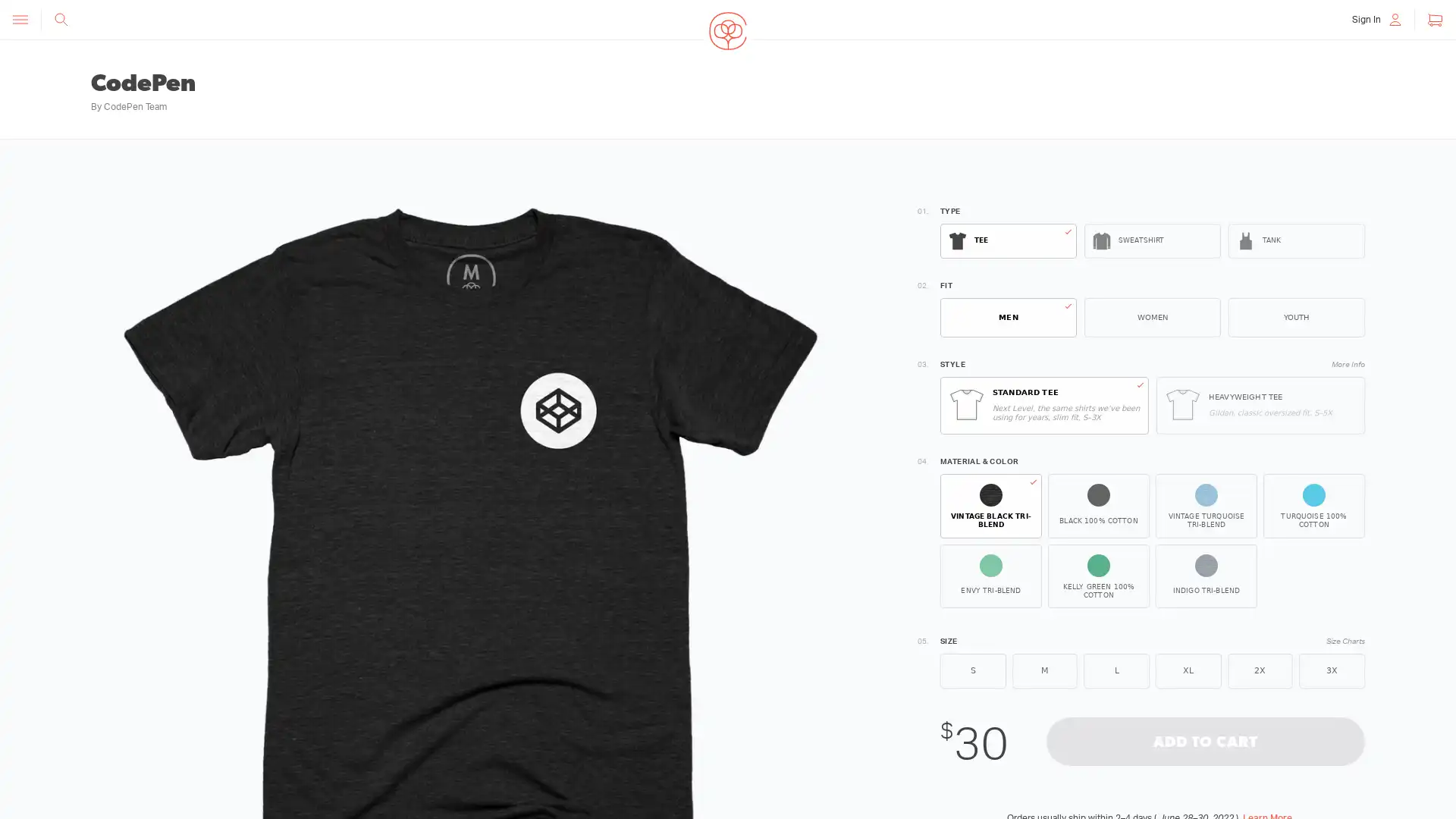  What do you see at coordinates (1331, 670) in the screenshot?
I see `3X` at bounding box center [1331, 670].